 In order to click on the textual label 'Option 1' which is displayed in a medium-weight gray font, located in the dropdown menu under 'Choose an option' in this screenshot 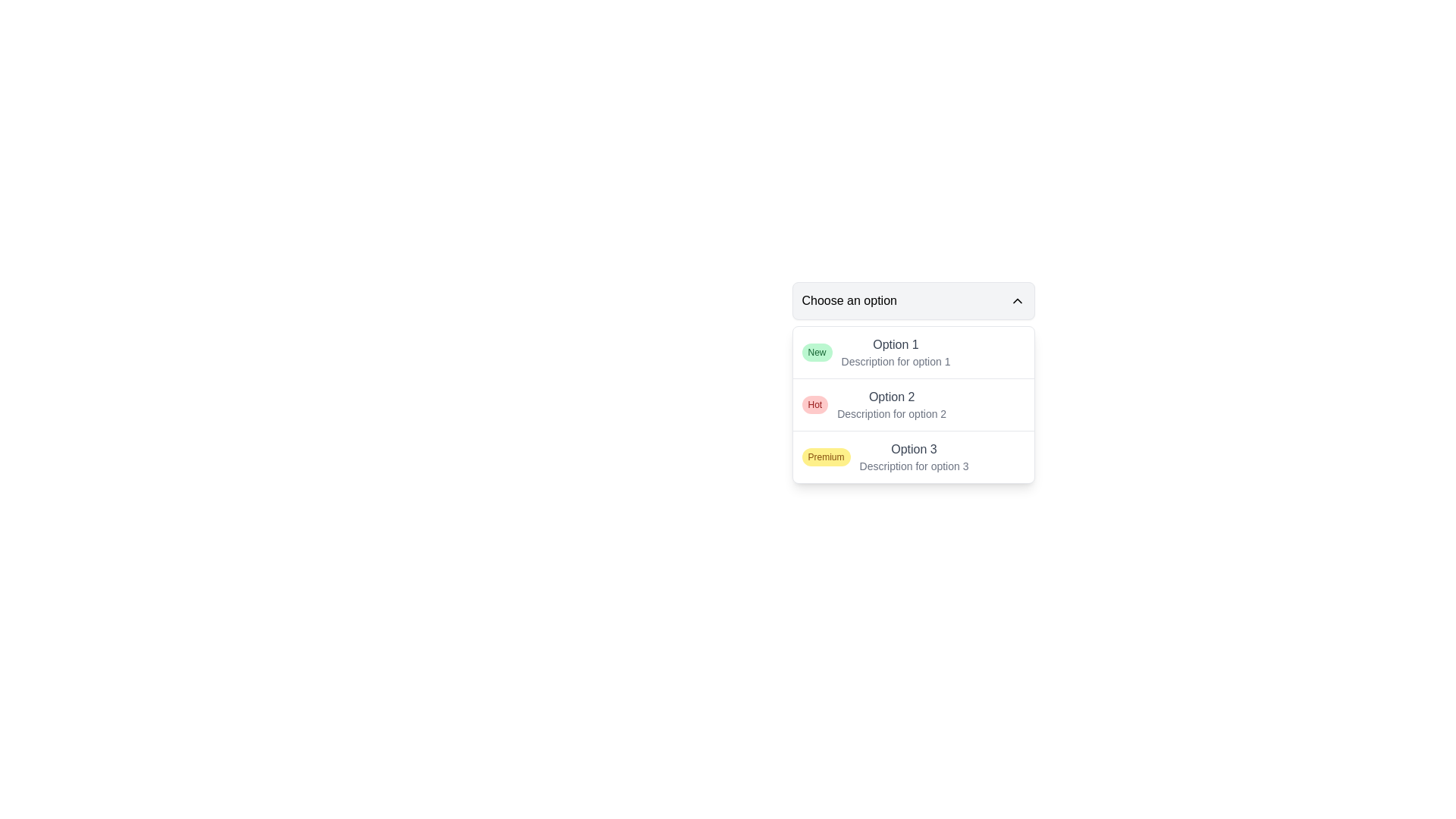, I will do `click(896, 345)`.